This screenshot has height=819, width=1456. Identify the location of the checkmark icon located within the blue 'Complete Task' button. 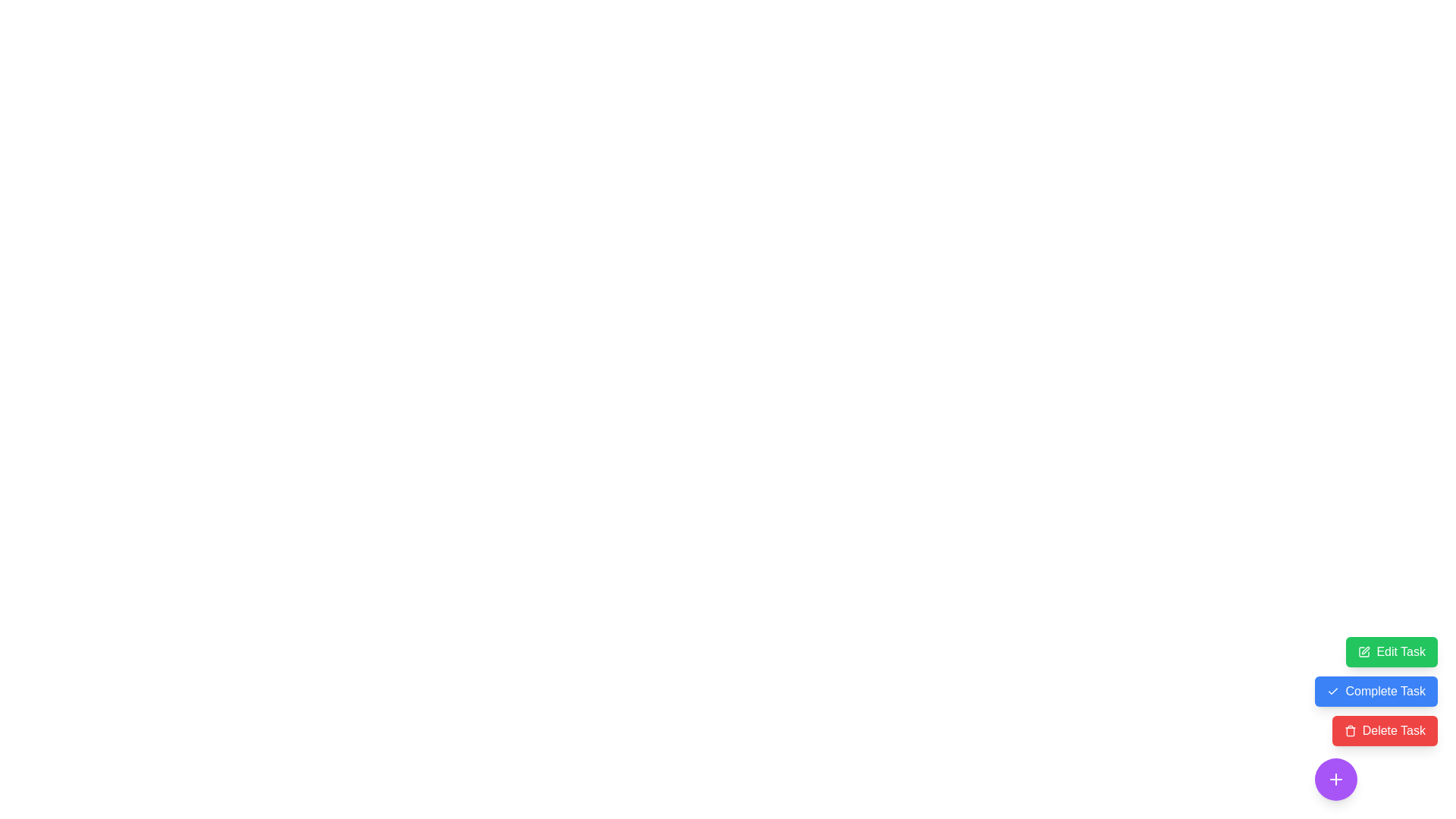
(1332, 691).